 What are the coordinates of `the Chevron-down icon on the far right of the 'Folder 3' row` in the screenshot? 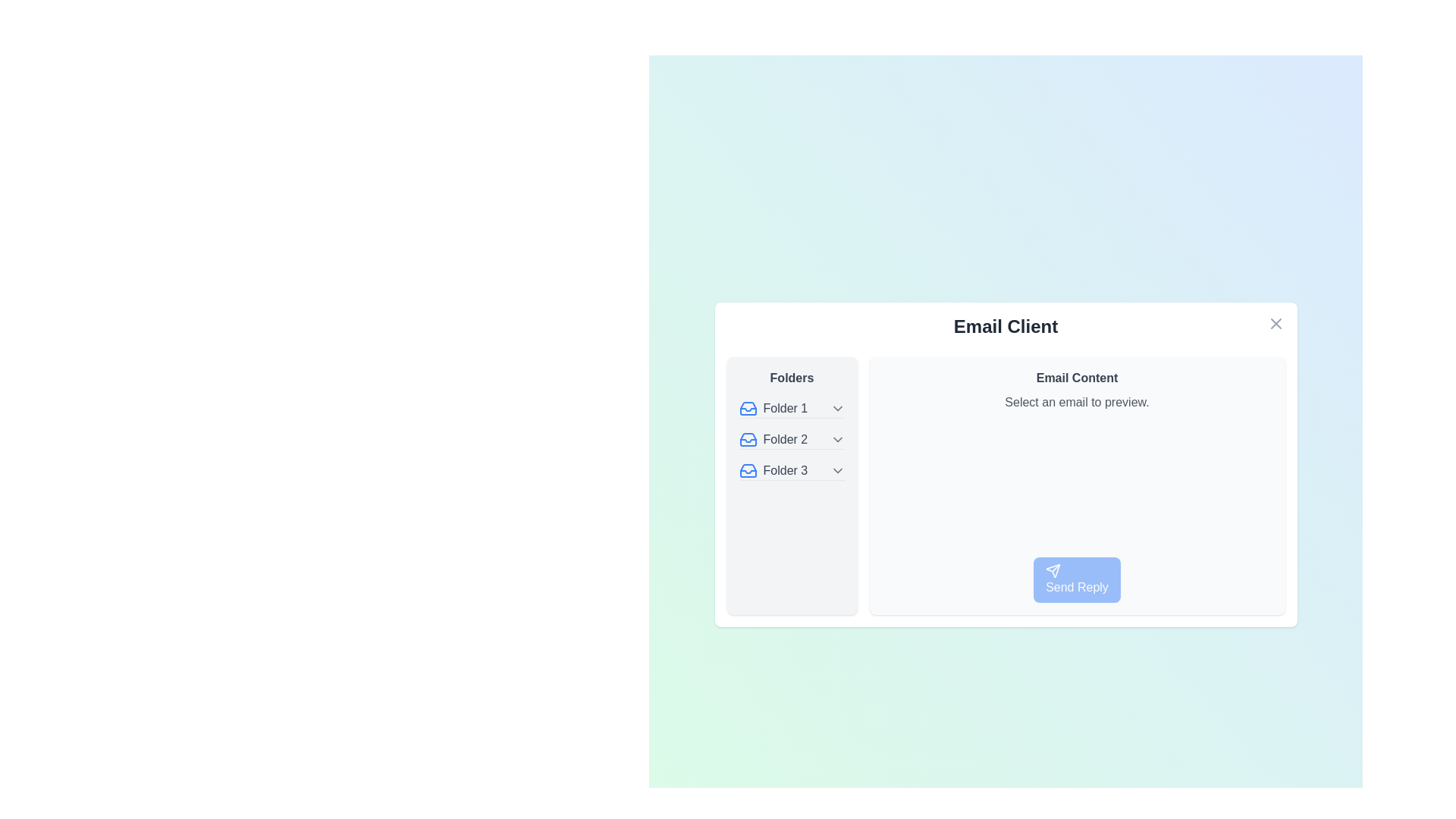 It's located at (836, 470).